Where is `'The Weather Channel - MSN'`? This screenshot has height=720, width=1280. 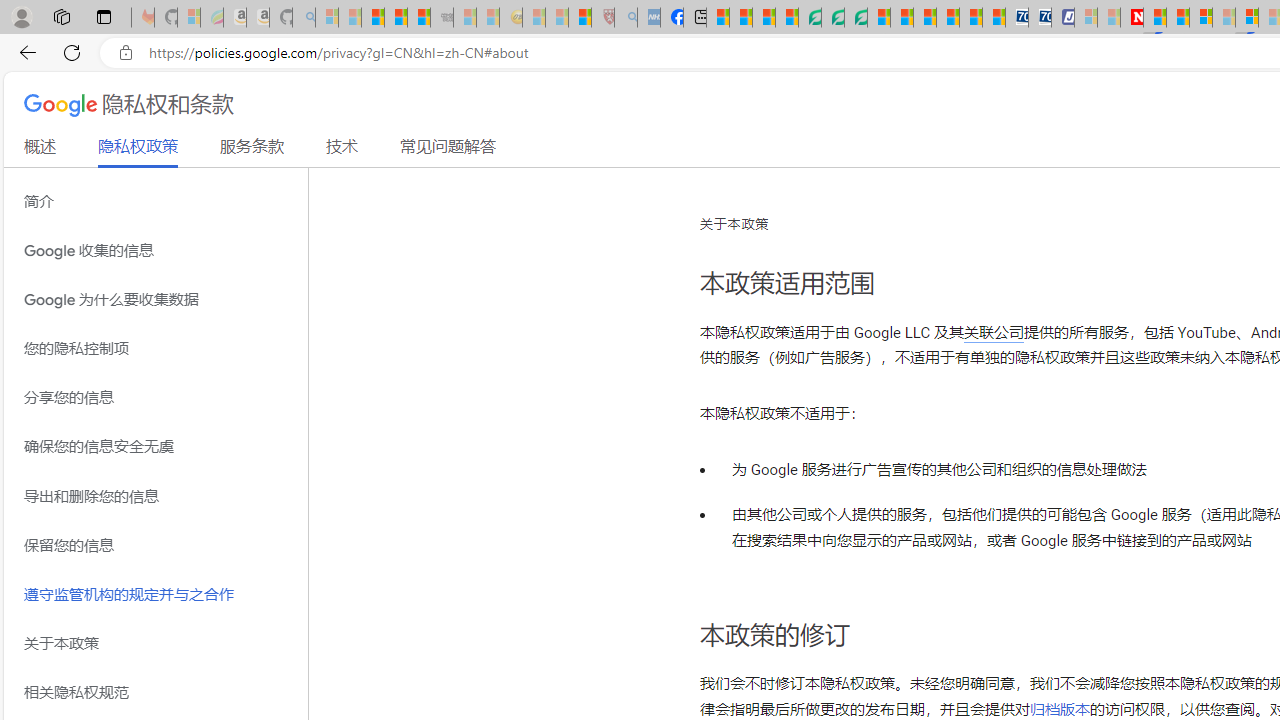
'The Weather Channel - MSN' is located at coordinates (373, 17).